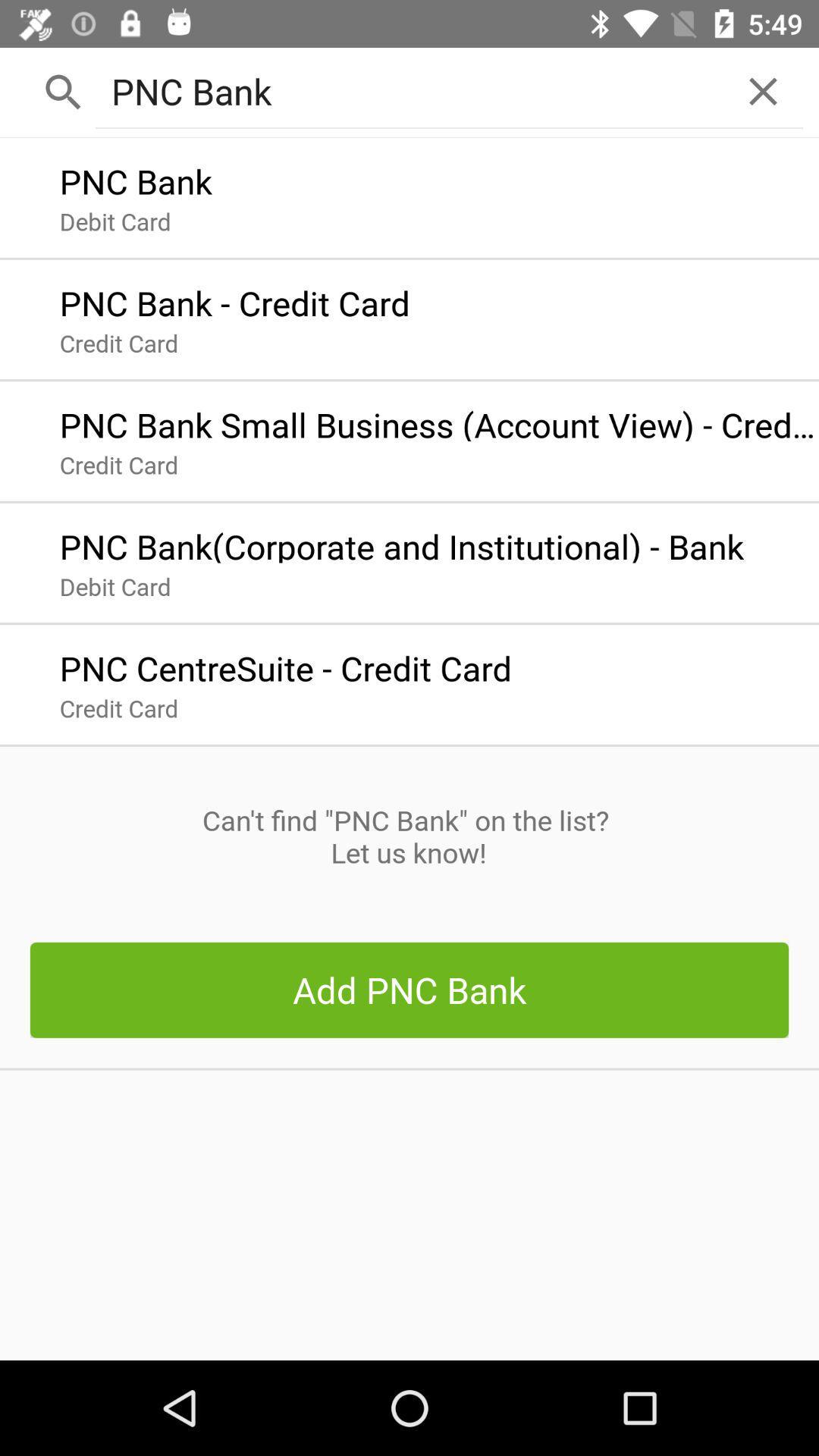 The image size is (819, 1456). What do you see at coordinates (763, 90) in the screenshot?
I see `the close icon` at bounding box center [763, 90].